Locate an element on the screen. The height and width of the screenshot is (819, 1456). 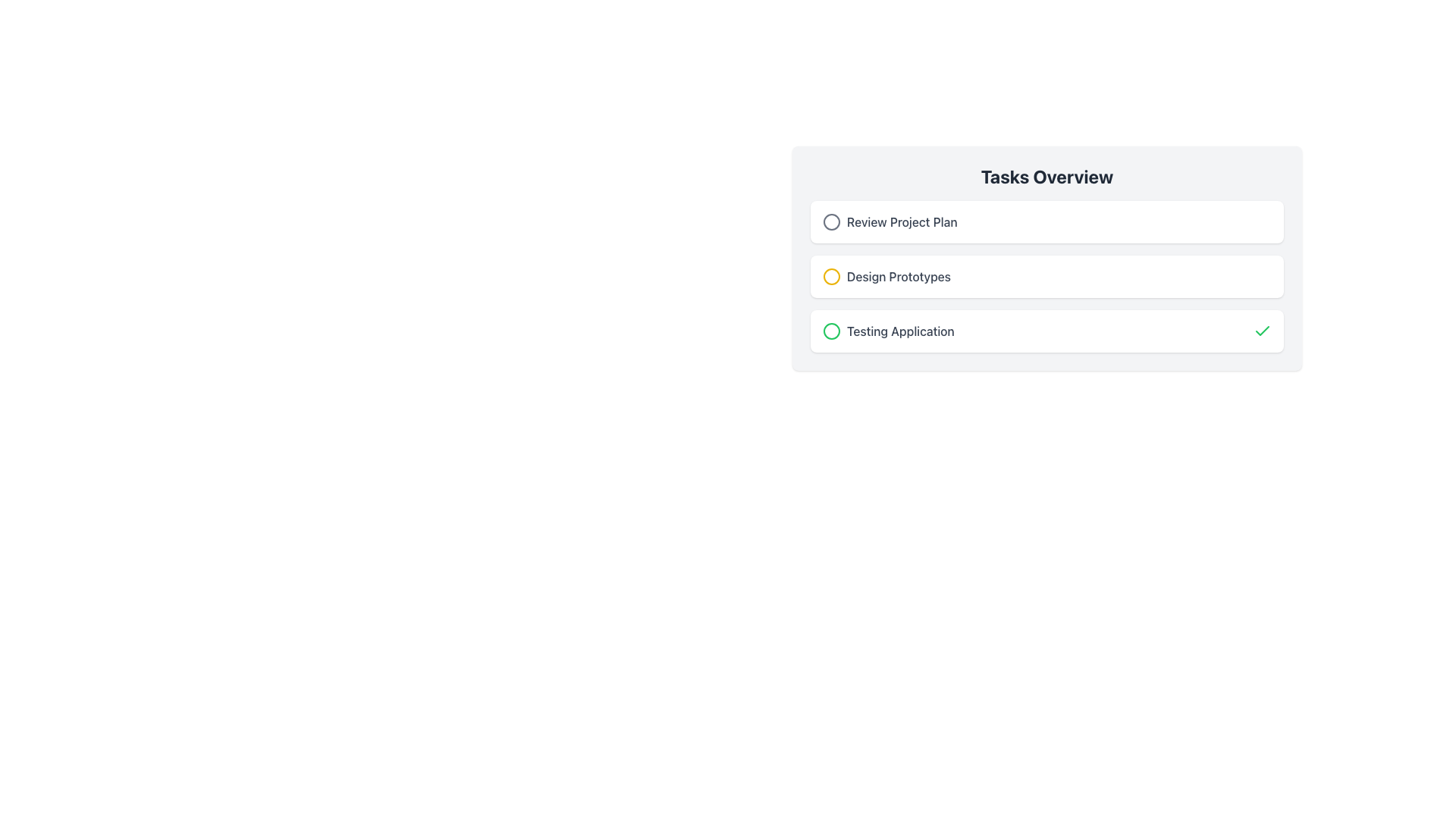
the task list item labeled 'Review Project Plan', which is the first item in the vertically stacked task list, featuring a circular icon with a gray border is located at coordinates (890, 222).